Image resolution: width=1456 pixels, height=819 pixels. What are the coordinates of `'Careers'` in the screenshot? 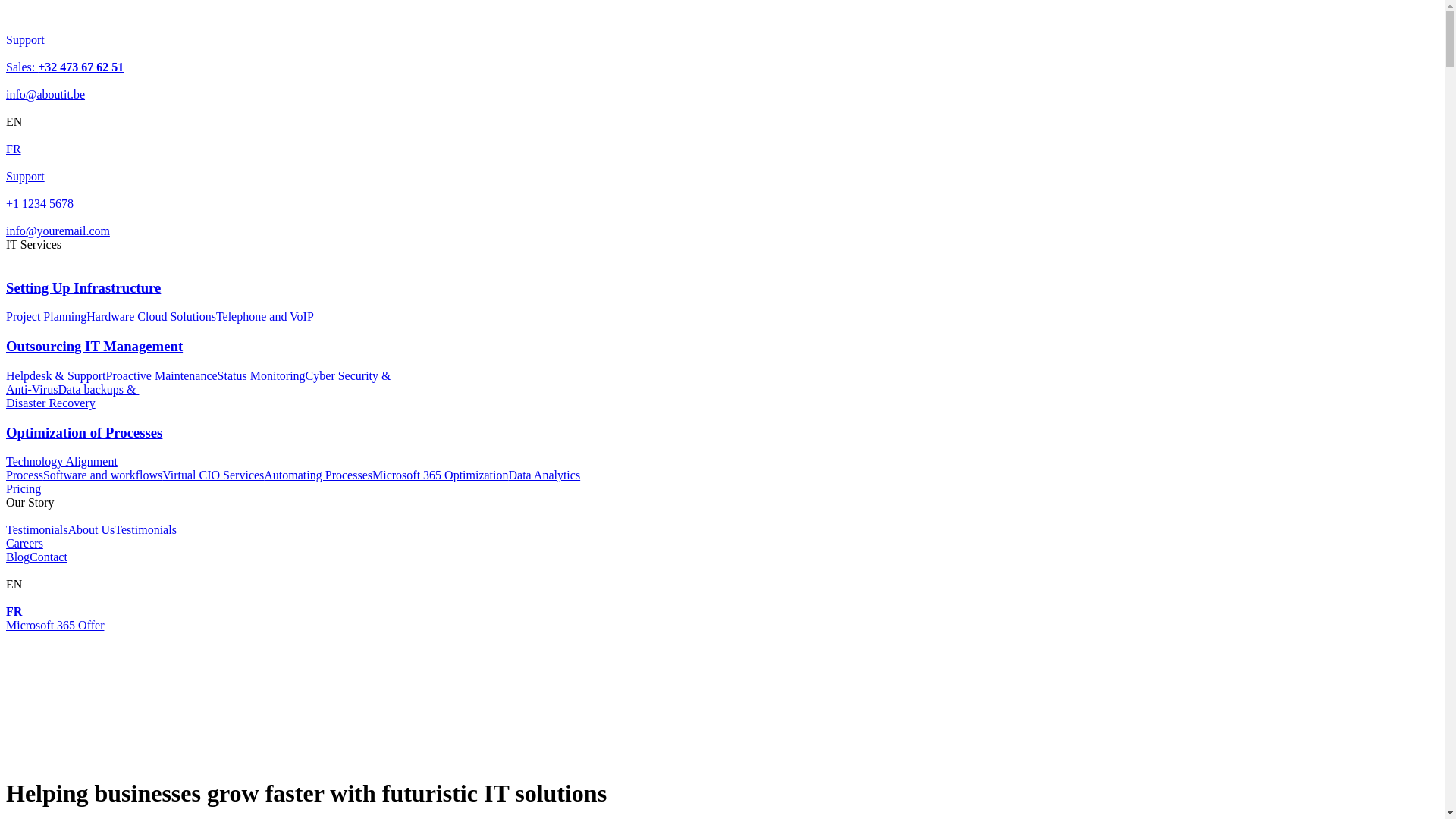 It's located at (24, 542).